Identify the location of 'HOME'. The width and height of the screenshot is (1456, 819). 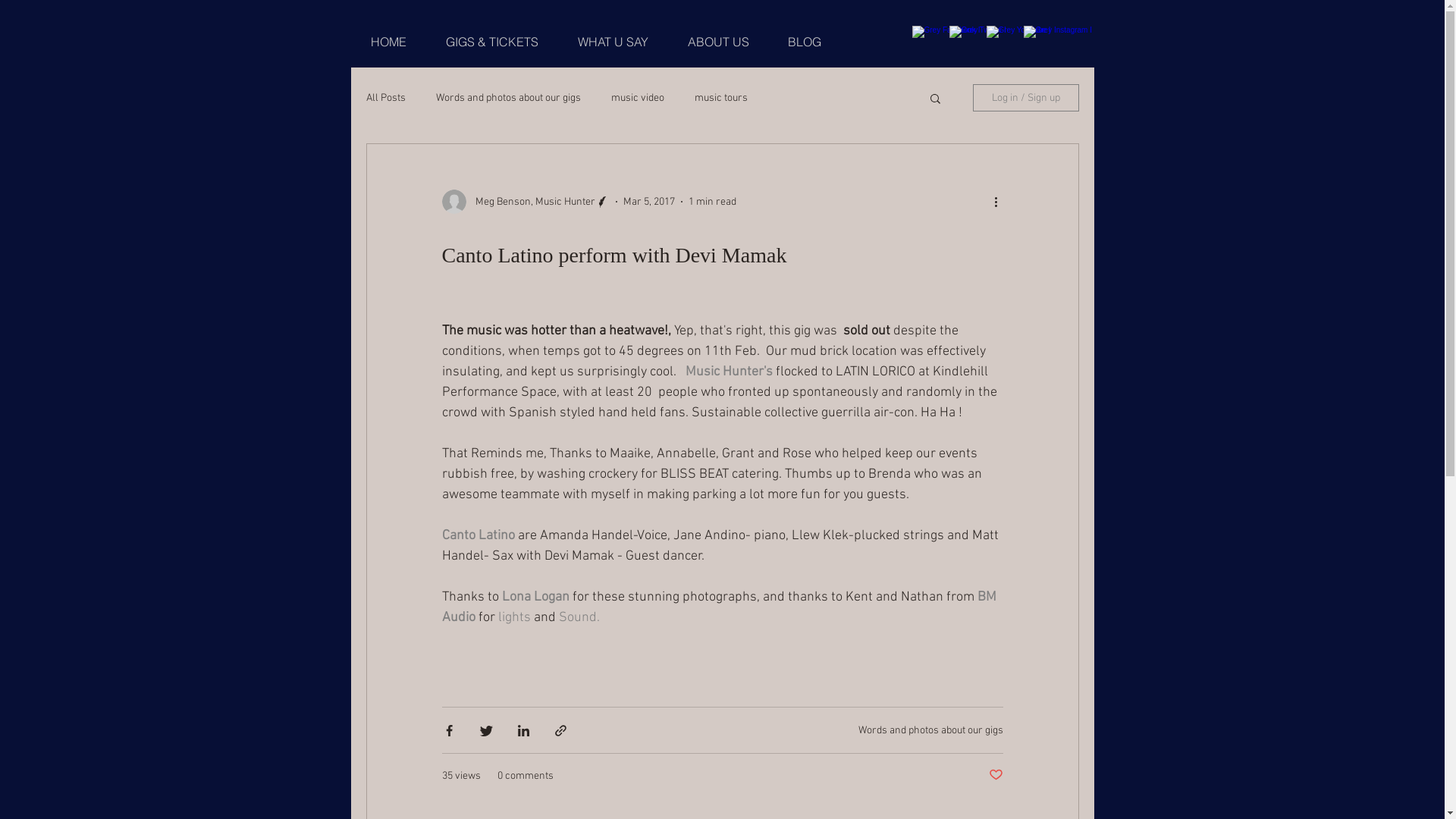
(388, 41).